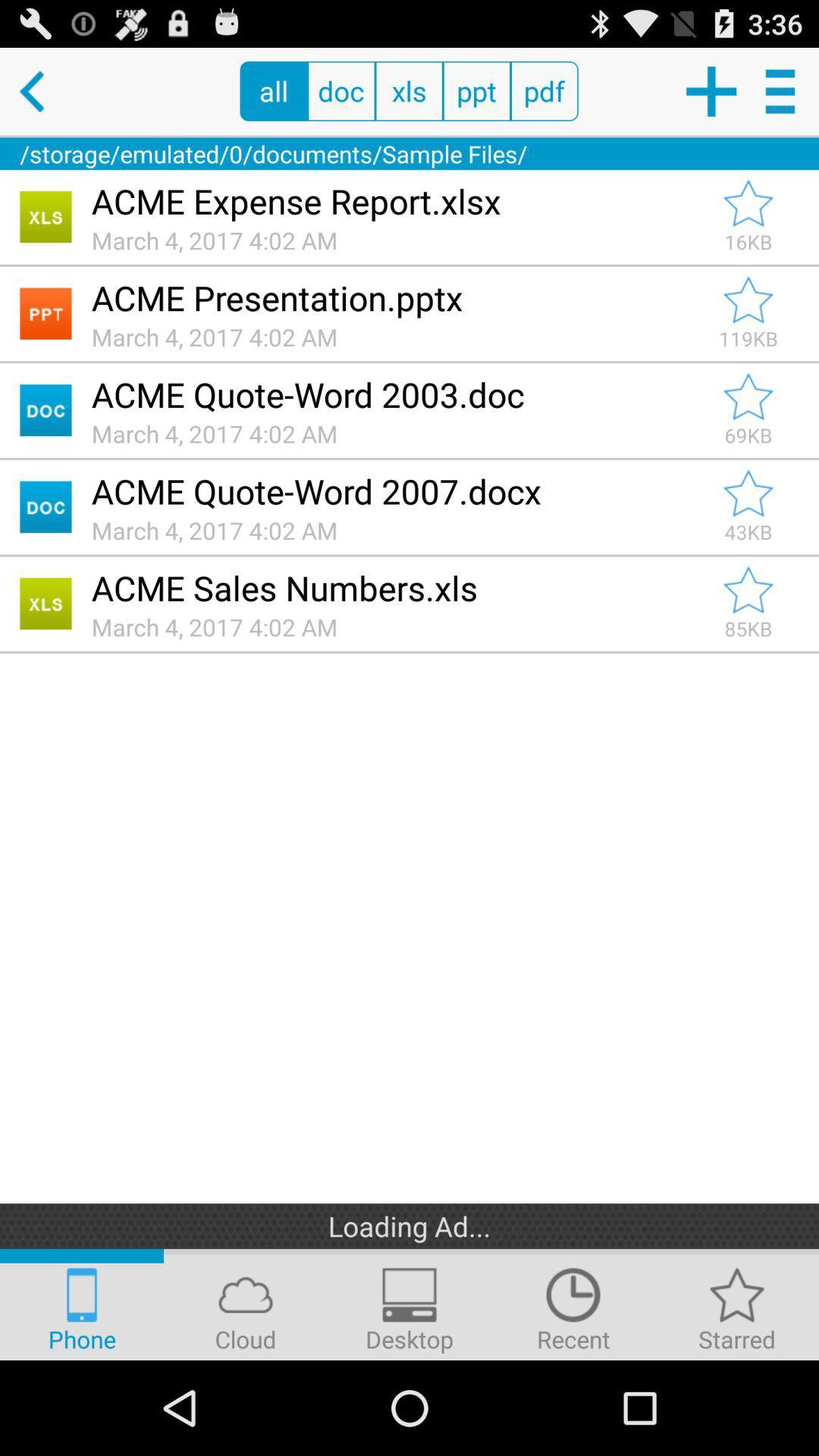  What do you see at coordinates (544, 90) in the screenshot?
I see `the icon next to the ppt item` at bounding box center [544, 90].